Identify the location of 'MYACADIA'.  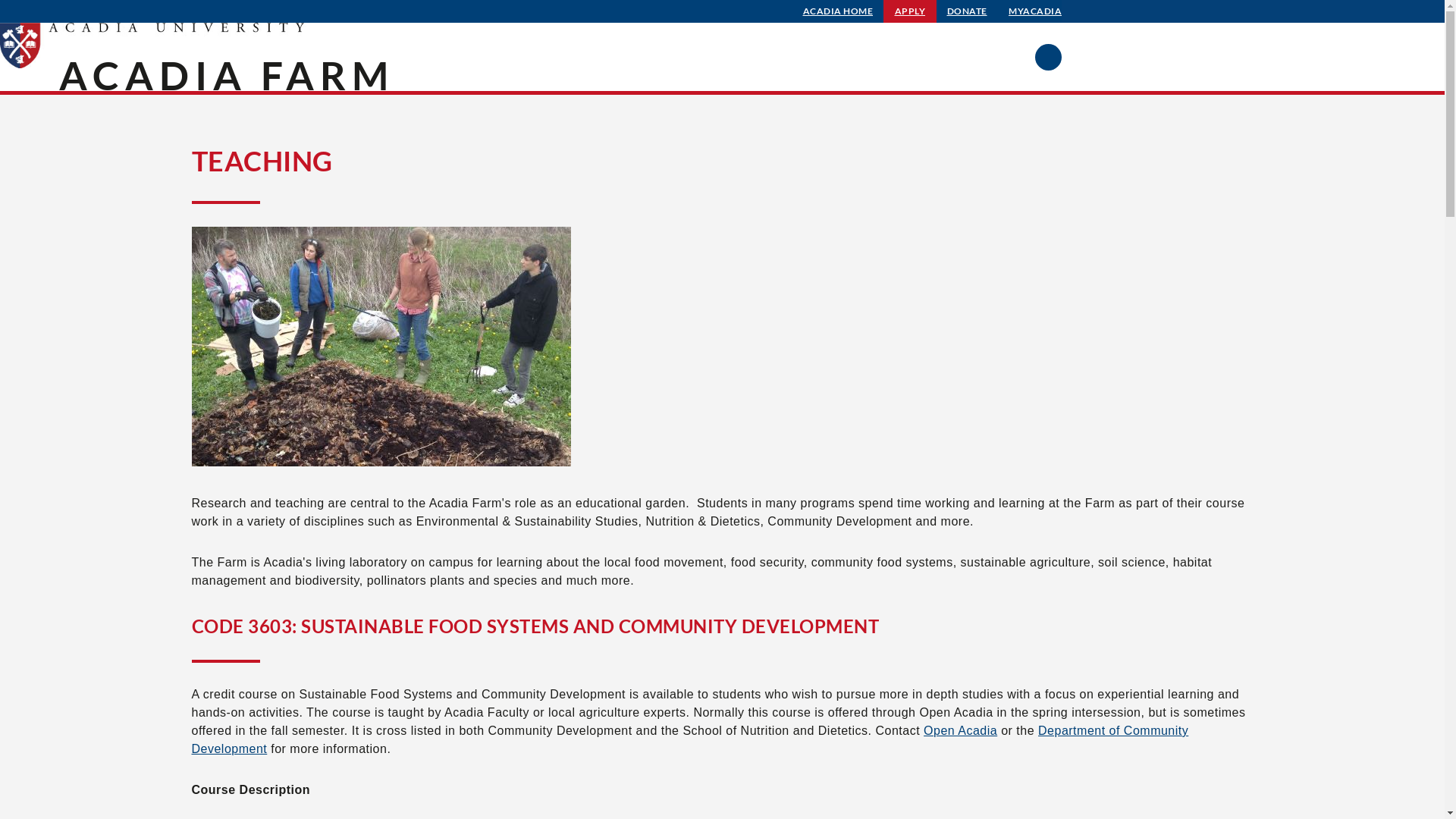
(1034, 11).